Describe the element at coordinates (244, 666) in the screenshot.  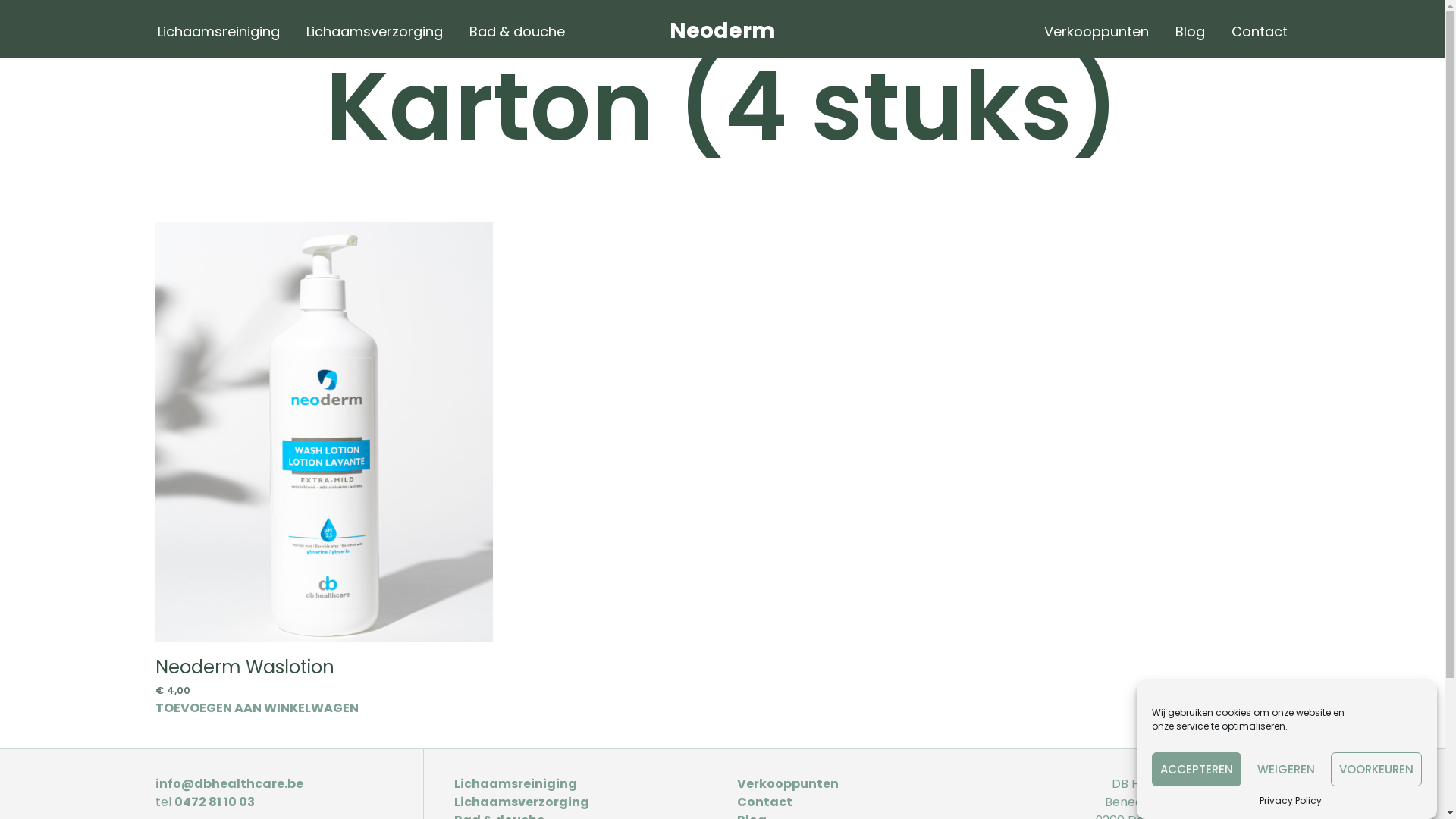
I see `'Neoderm Waslotion'` at that location.